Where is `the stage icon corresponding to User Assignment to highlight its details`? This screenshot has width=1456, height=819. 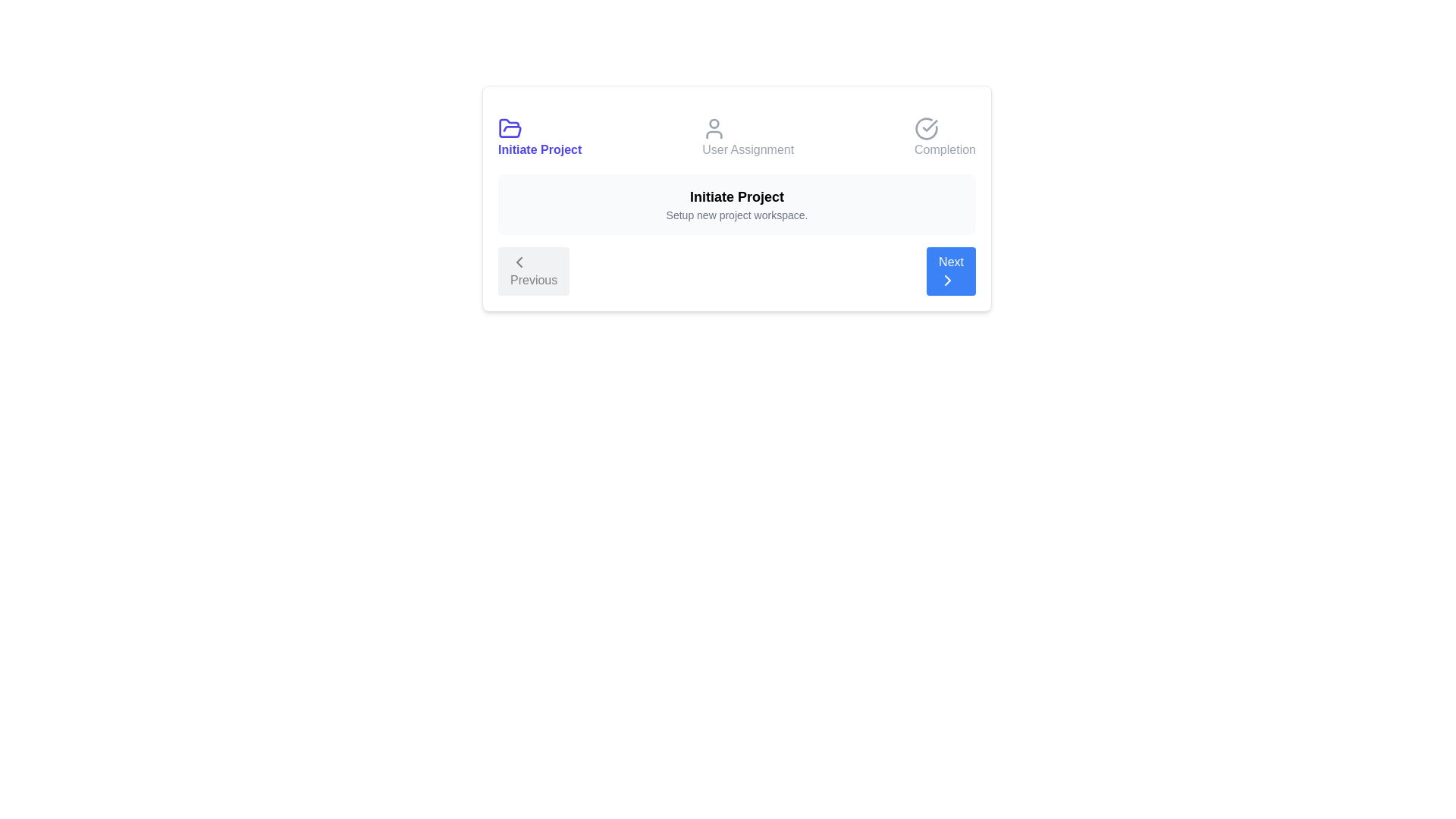 the stage icon corresponding to User Assignment to highlight its details is located at coordinates (747, 137).